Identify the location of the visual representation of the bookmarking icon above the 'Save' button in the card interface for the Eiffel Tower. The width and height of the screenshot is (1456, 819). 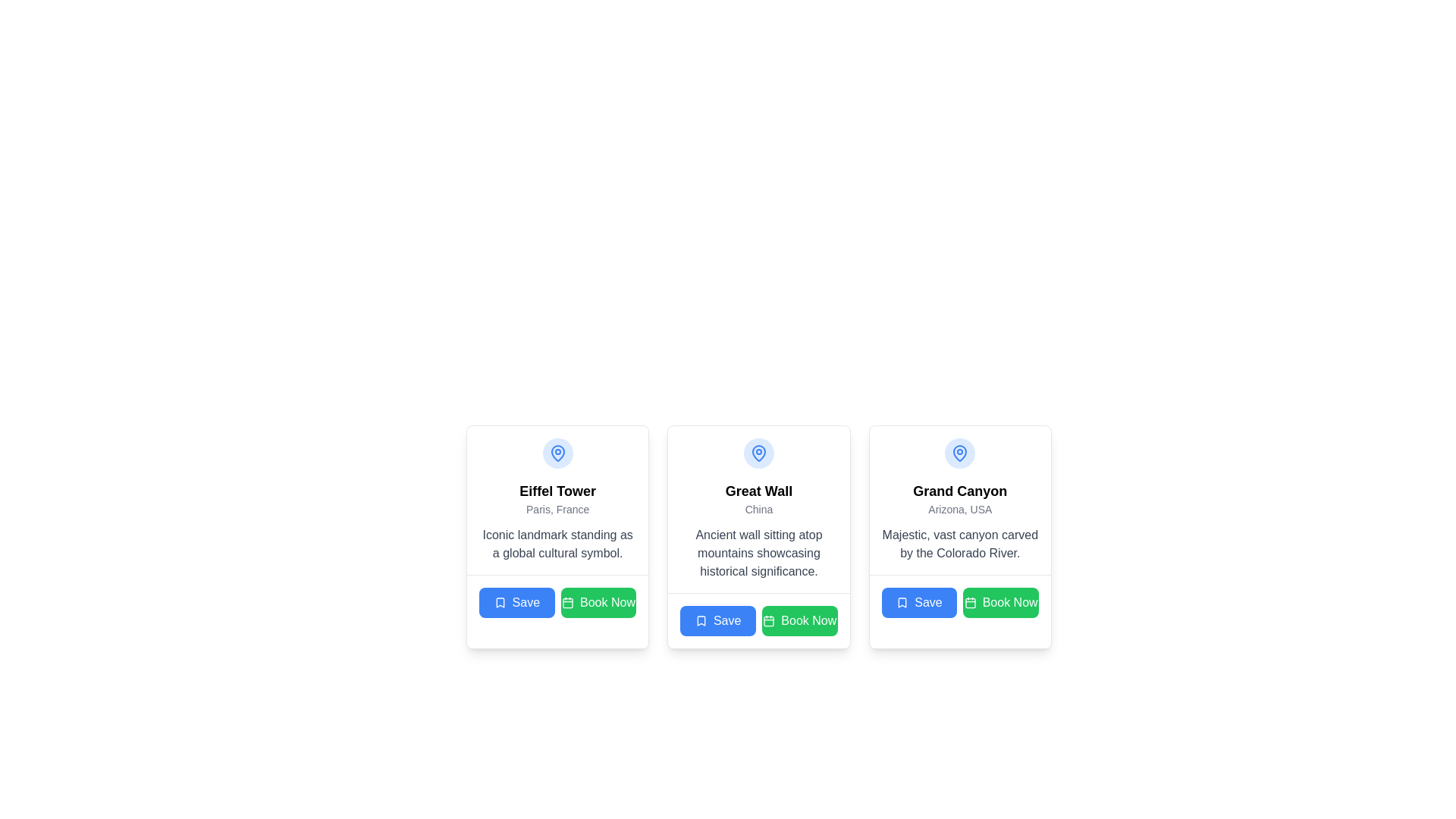
(500, 601).